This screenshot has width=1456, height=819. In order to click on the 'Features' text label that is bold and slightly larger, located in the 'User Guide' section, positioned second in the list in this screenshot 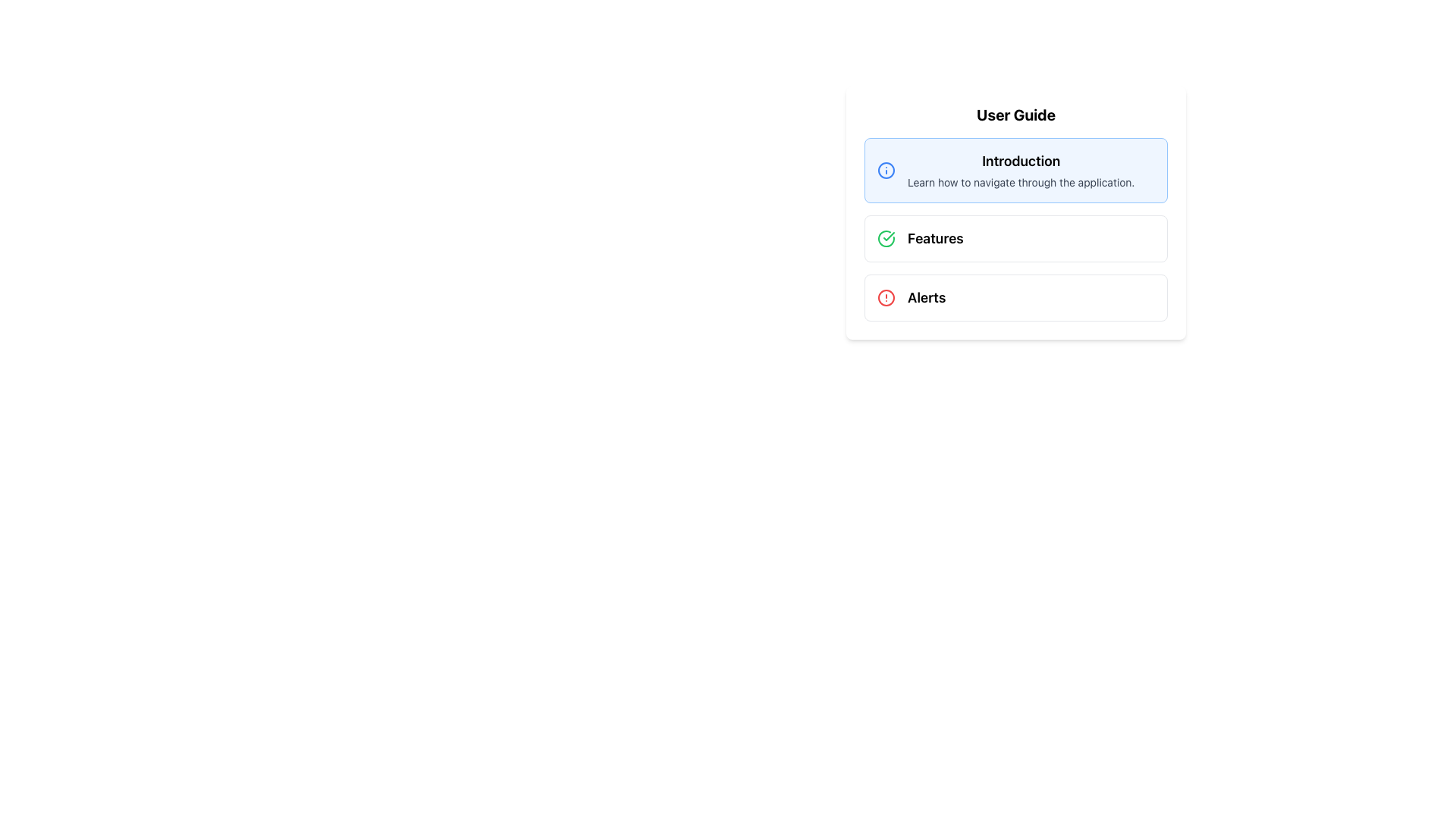, I will do `click(934, 239)`.